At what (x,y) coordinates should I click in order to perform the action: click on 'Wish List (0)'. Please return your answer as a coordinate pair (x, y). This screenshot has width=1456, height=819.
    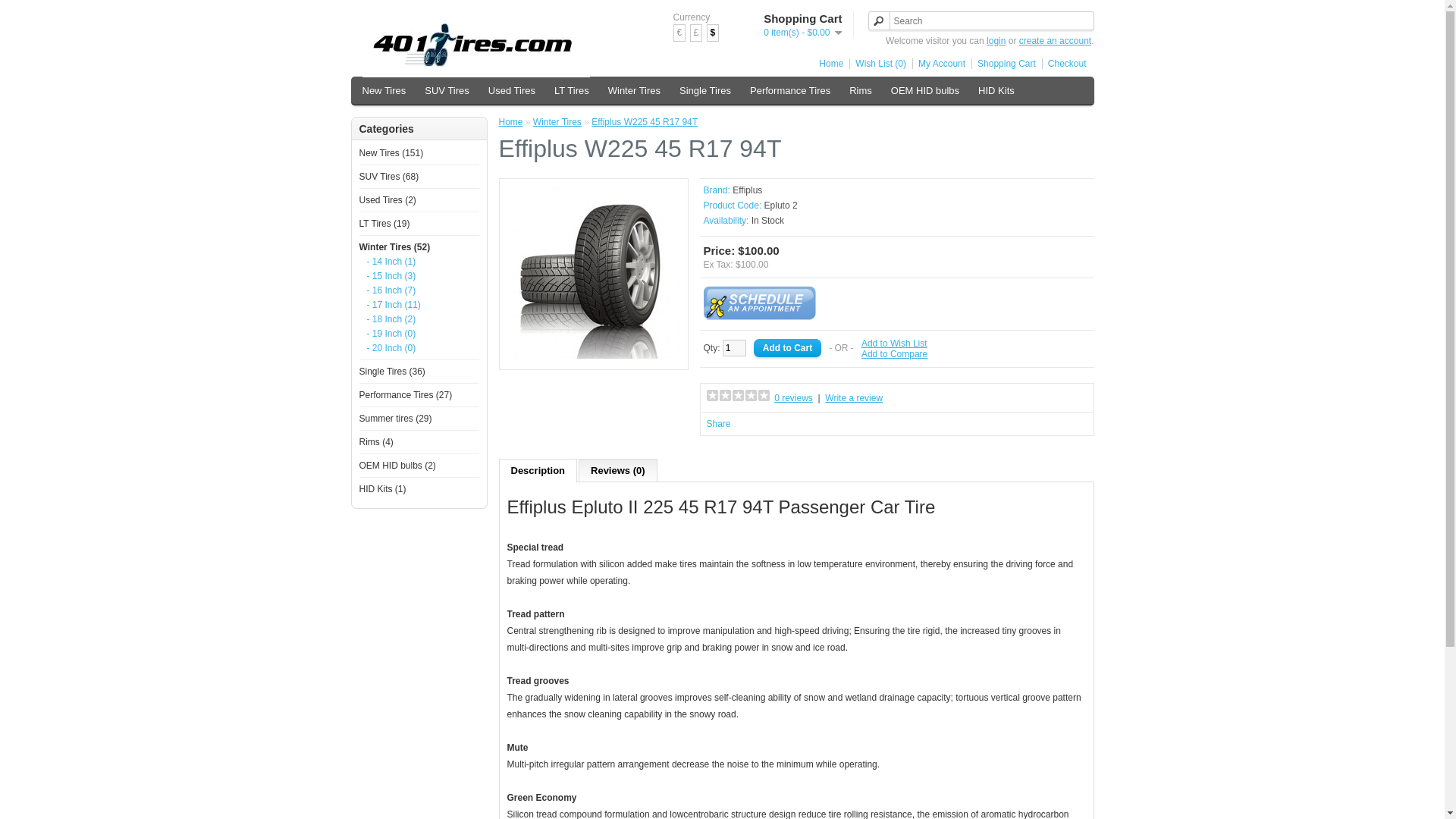
    Looking at the image, I should click on (877, 63).